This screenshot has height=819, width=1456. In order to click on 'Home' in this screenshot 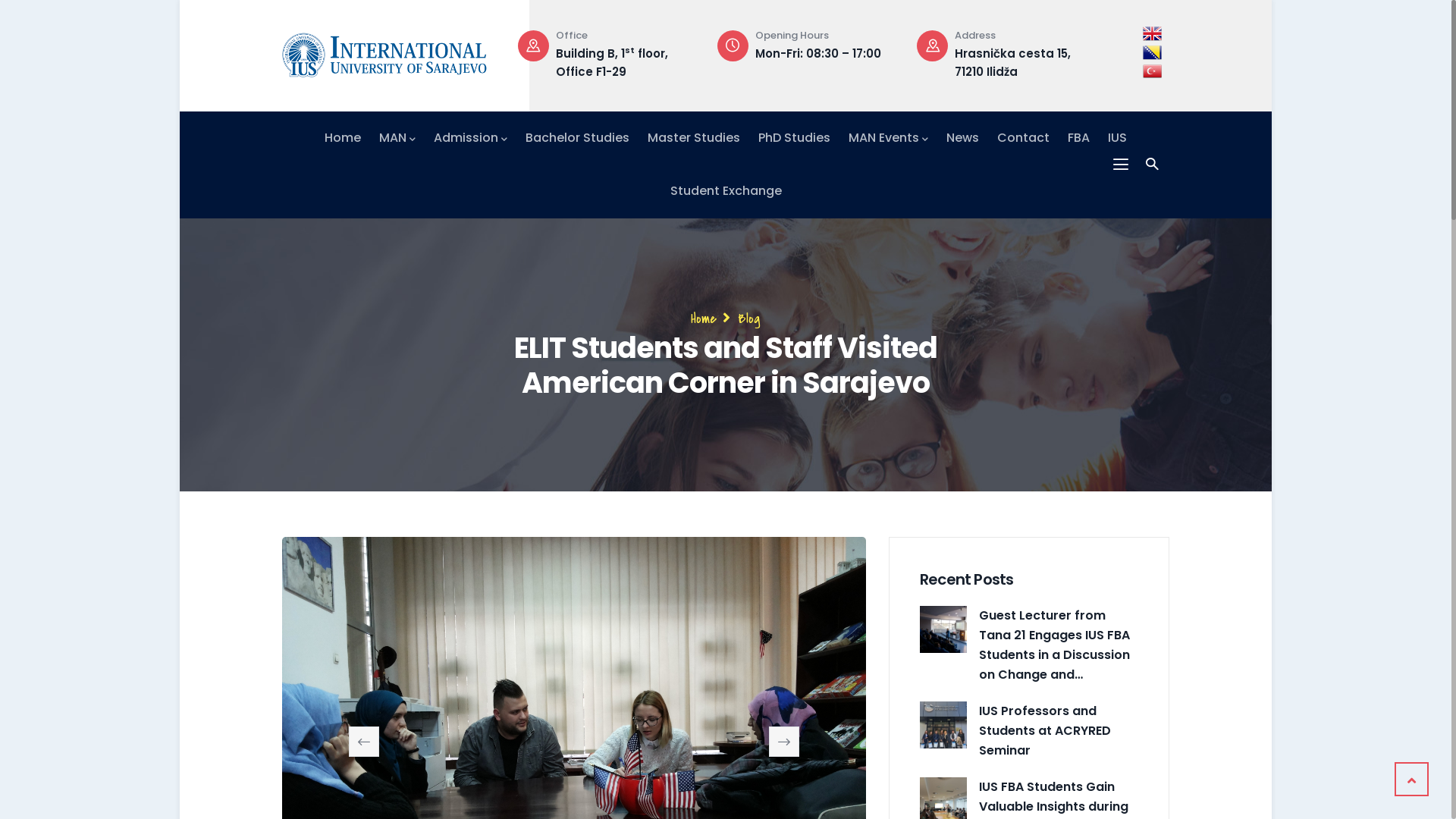, I will do `click(702, 318)`.